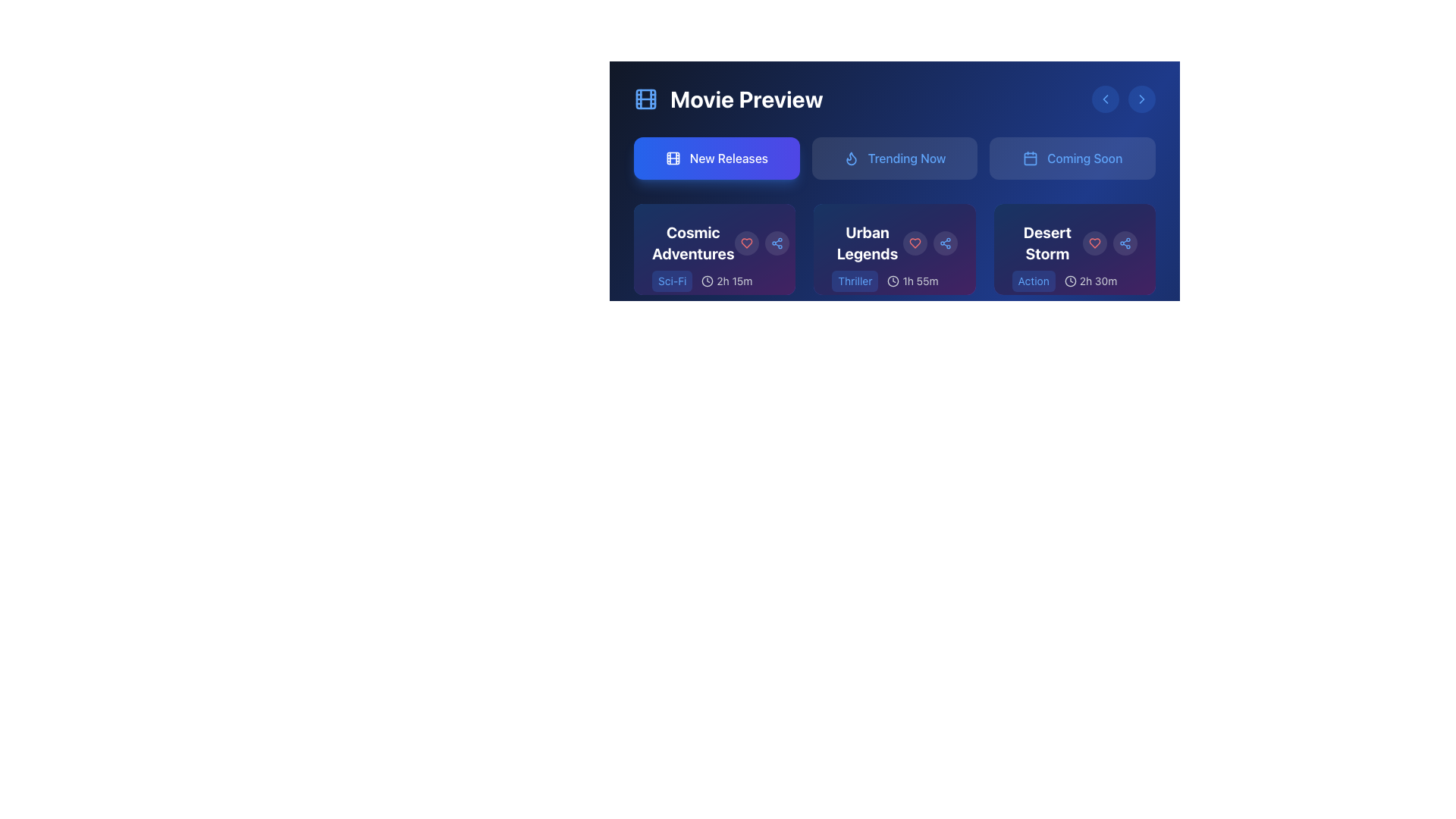 This screenshot has width=1456, height=819. Describe the element at coordinates (1106, 99) in the screenshot. I see `the left-pointing chevron icon with a blue stroke located in the upper-right area of the interface` at that location.